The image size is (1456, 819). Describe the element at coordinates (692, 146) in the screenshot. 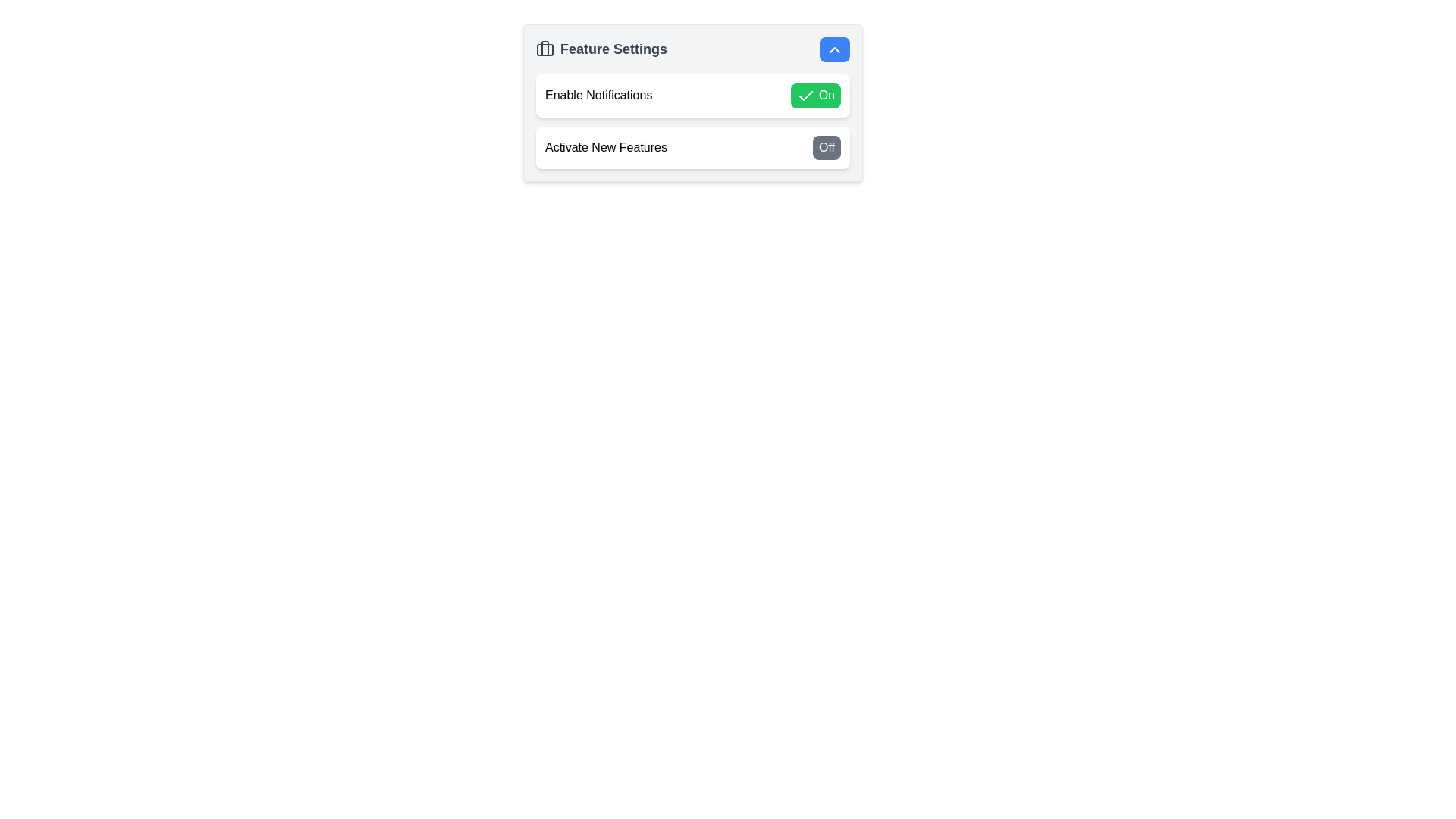

I see `the 'Activate New Features' toggle switch component` at that location.